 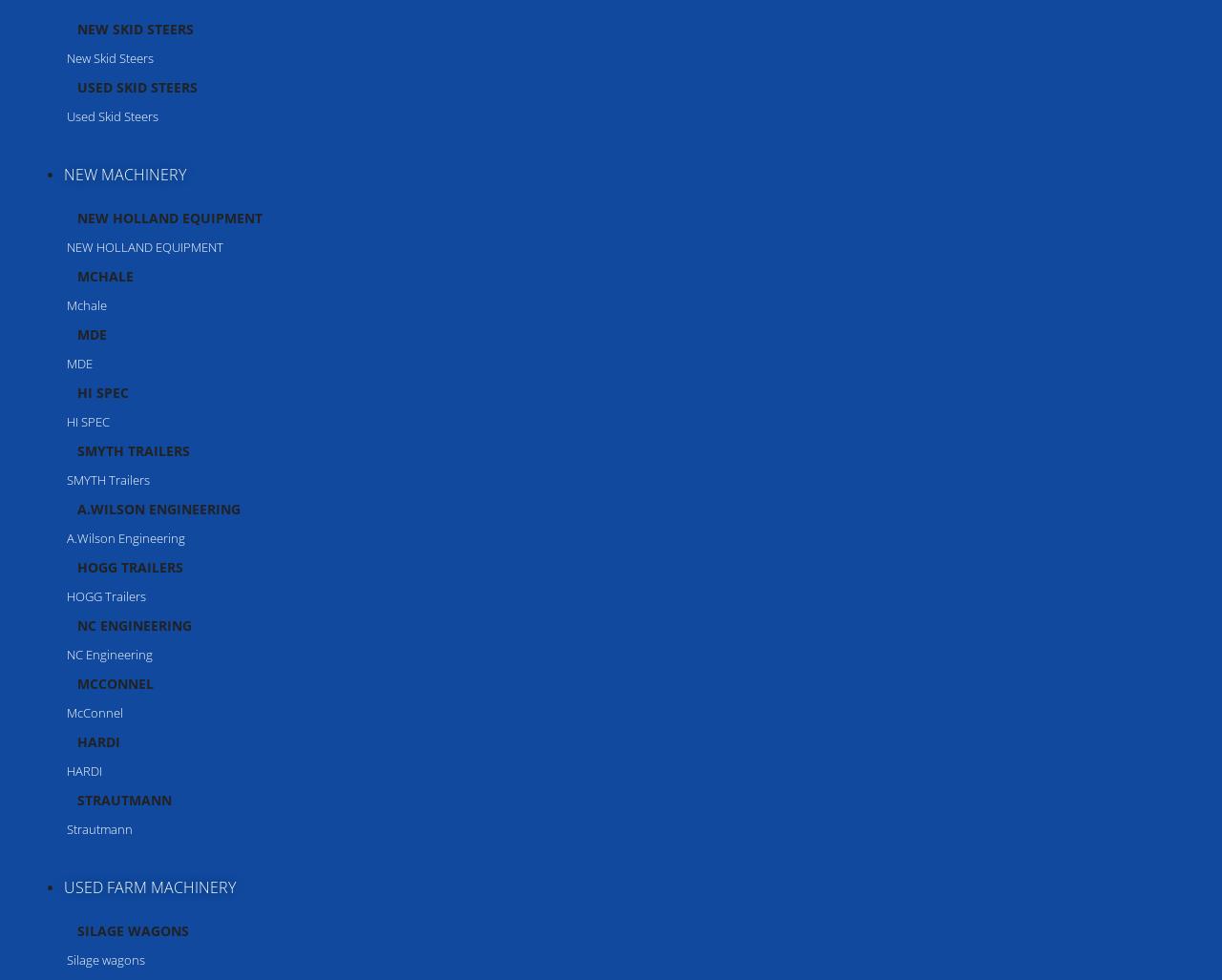 What do you see at coordinates (102, 678) in the screenshot?
I see `'•   Bit storage within handle'` at bounding box center [102, 678].